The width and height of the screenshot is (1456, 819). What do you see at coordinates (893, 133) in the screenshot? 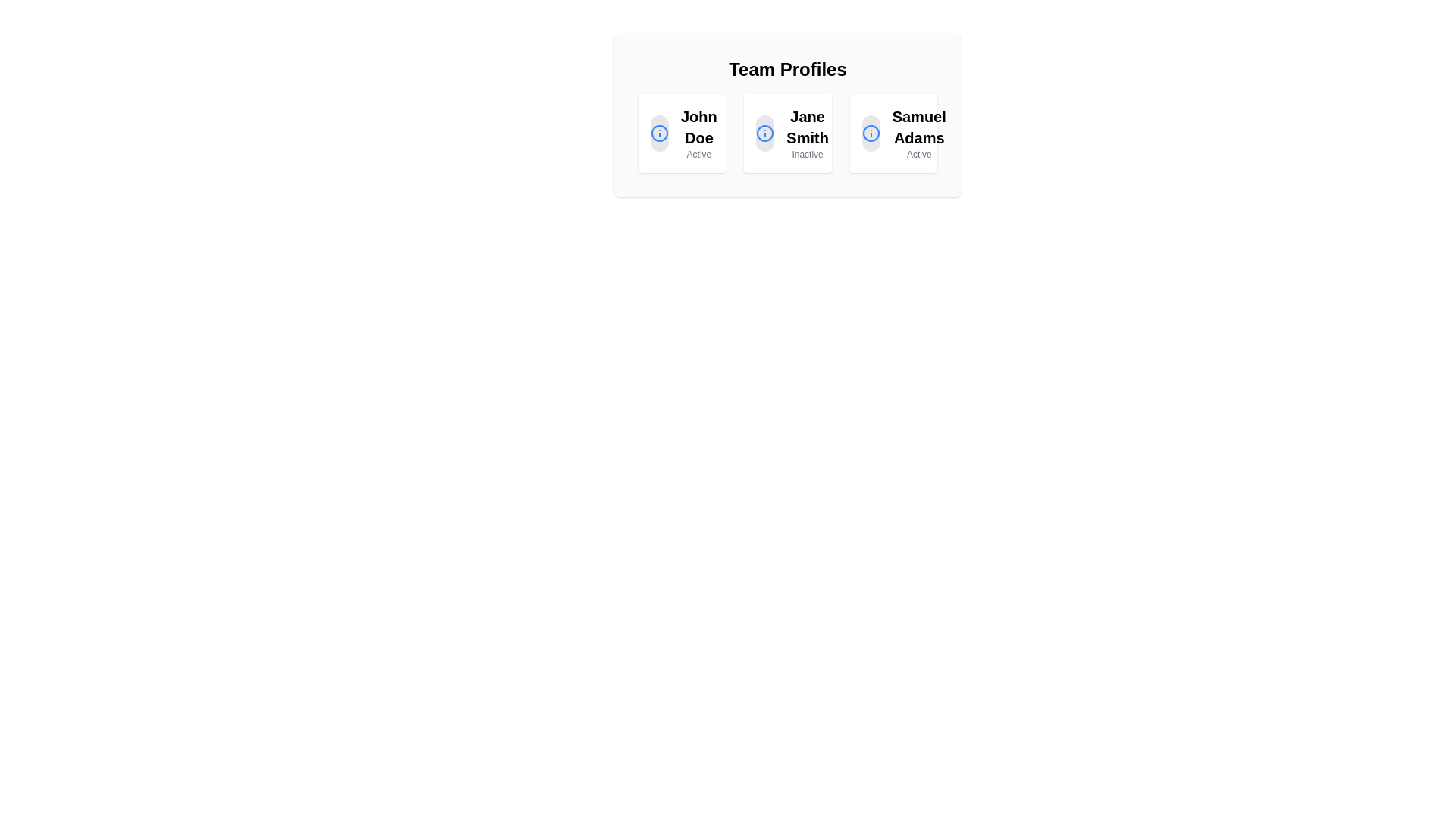
I see `the third card in the 'Team Profiles' section, which features a circular icon with a blue 'i' symbol and the name 'Samuel Adams' in bold text` at bounding box center [893, 133].